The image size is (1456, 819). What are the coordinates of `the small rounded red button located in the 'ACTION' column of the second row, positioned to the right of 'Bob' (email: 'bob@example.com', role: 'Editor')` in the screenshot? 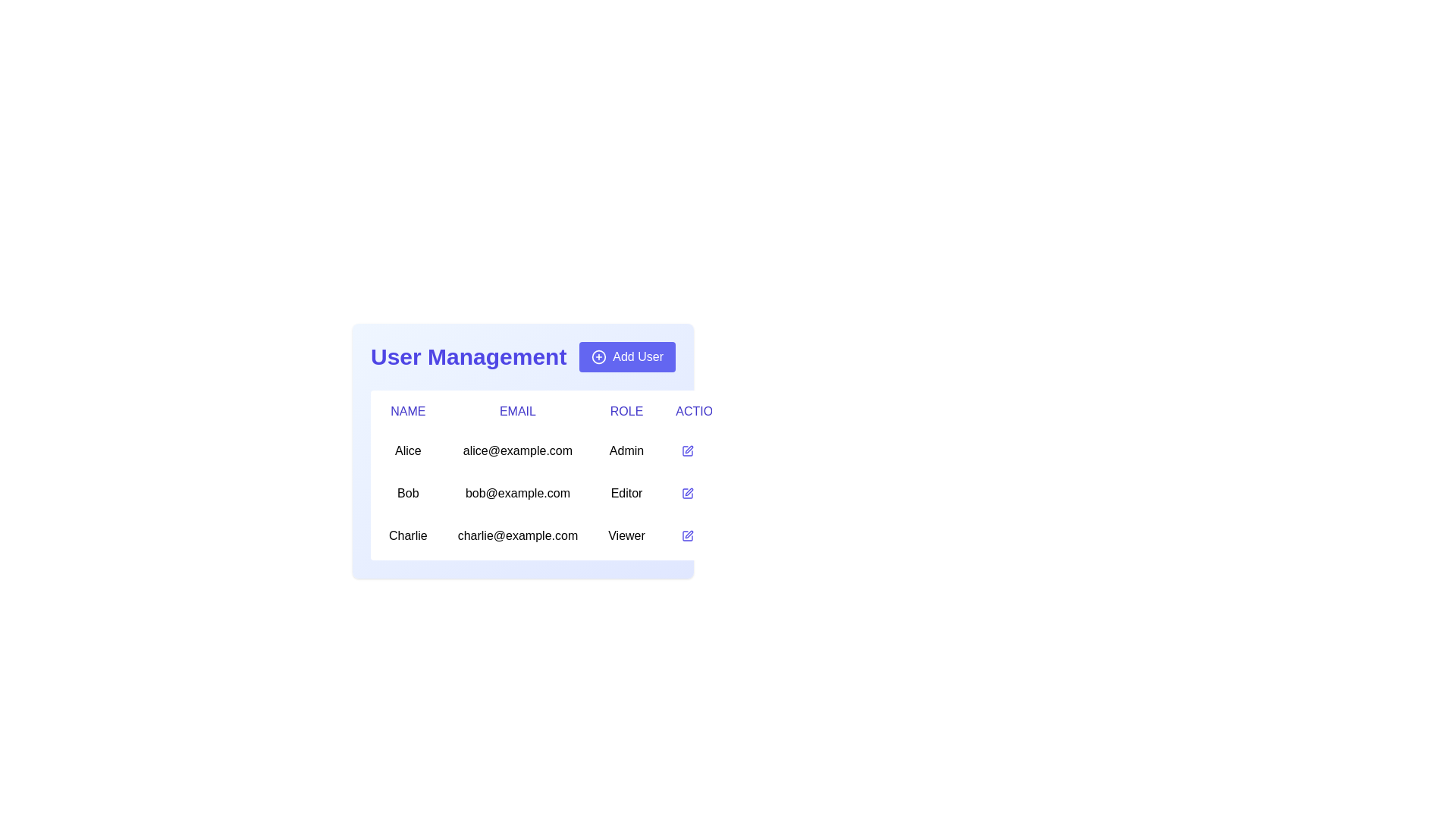 It's located at (717, 494).